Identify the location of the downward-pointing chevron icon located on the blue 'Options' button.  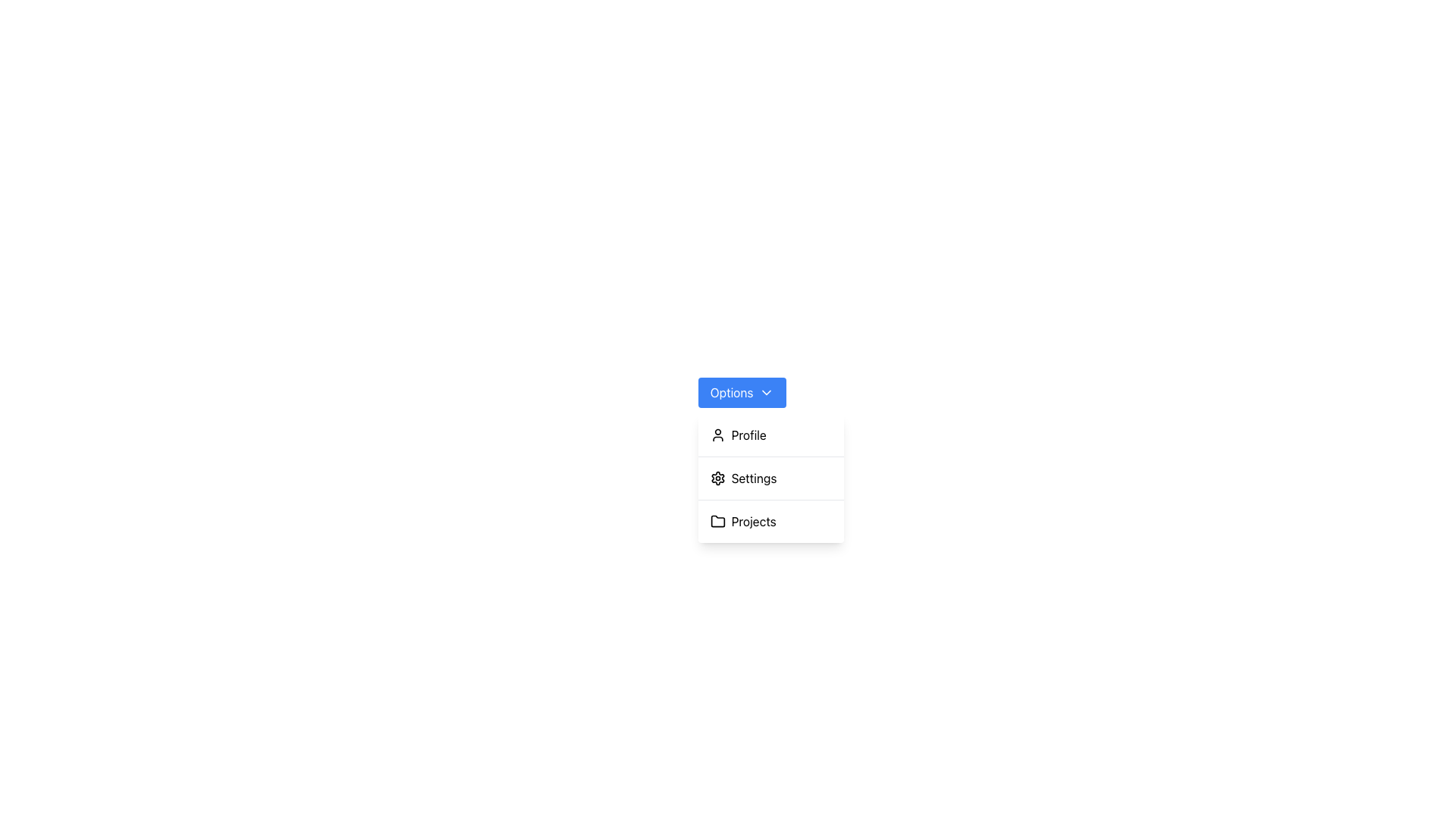
(767, 391).